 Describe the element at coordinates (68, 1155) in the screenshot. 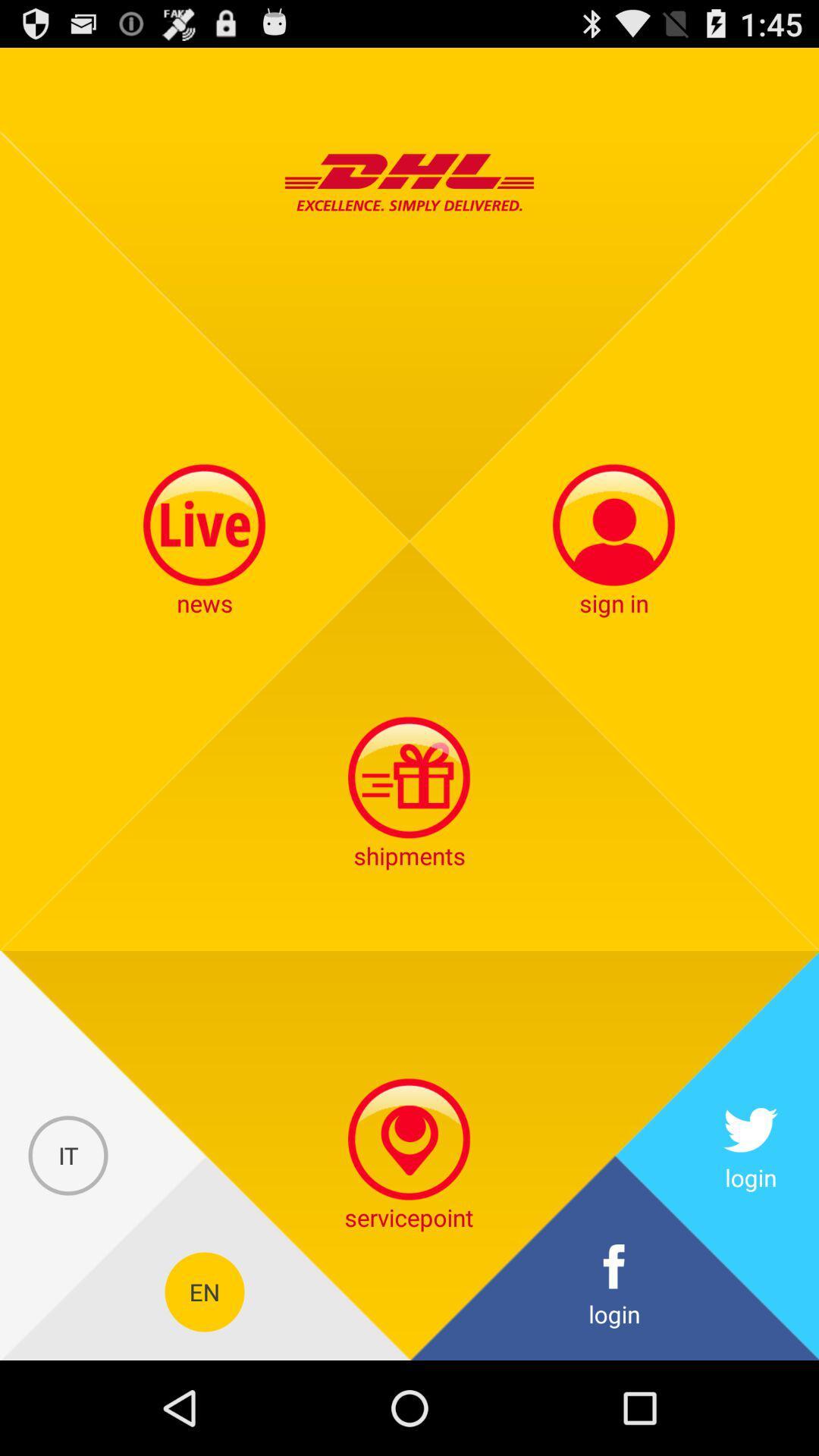

I see `it` at that location.